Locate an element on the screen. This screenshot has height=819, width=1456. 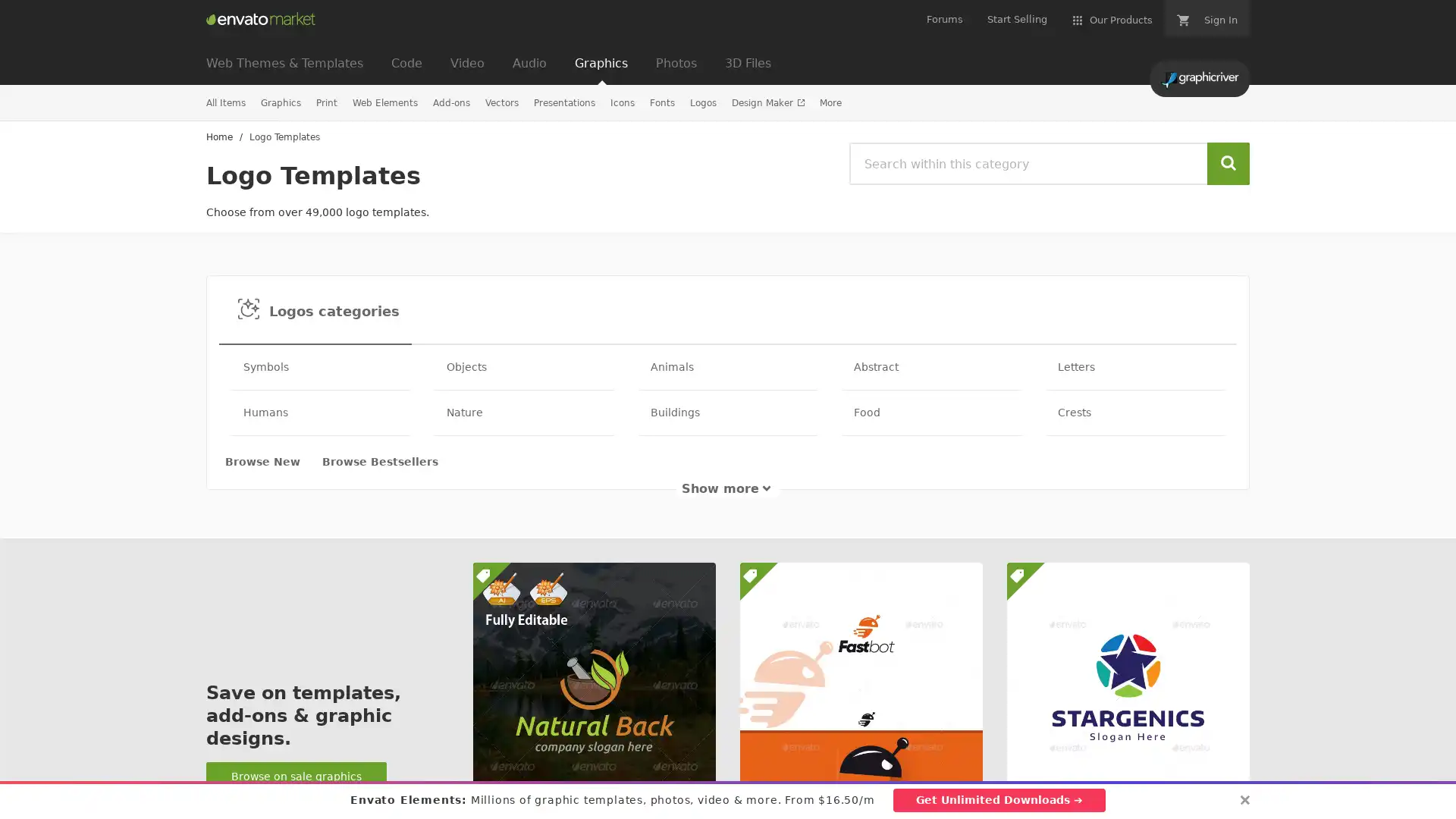
Add to Favorites is located at coordinates (695, 783).